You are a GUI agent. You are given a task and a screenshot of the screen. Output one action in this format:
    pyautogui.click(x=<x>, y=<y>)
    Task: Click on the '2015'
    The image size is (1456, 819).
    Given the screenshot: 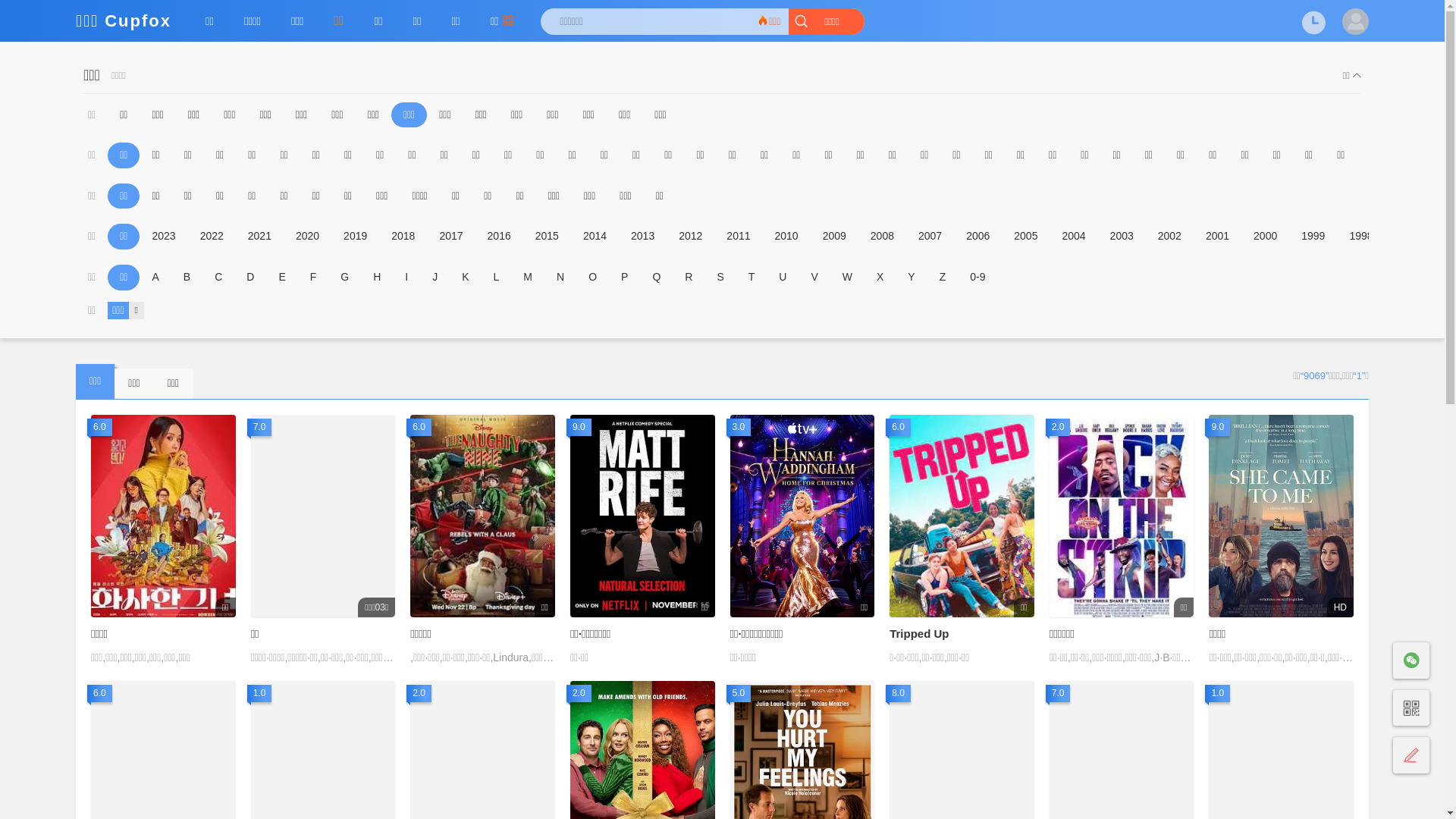 What is the action you would take?
    pyautogui.click(x=546, y=237)
    